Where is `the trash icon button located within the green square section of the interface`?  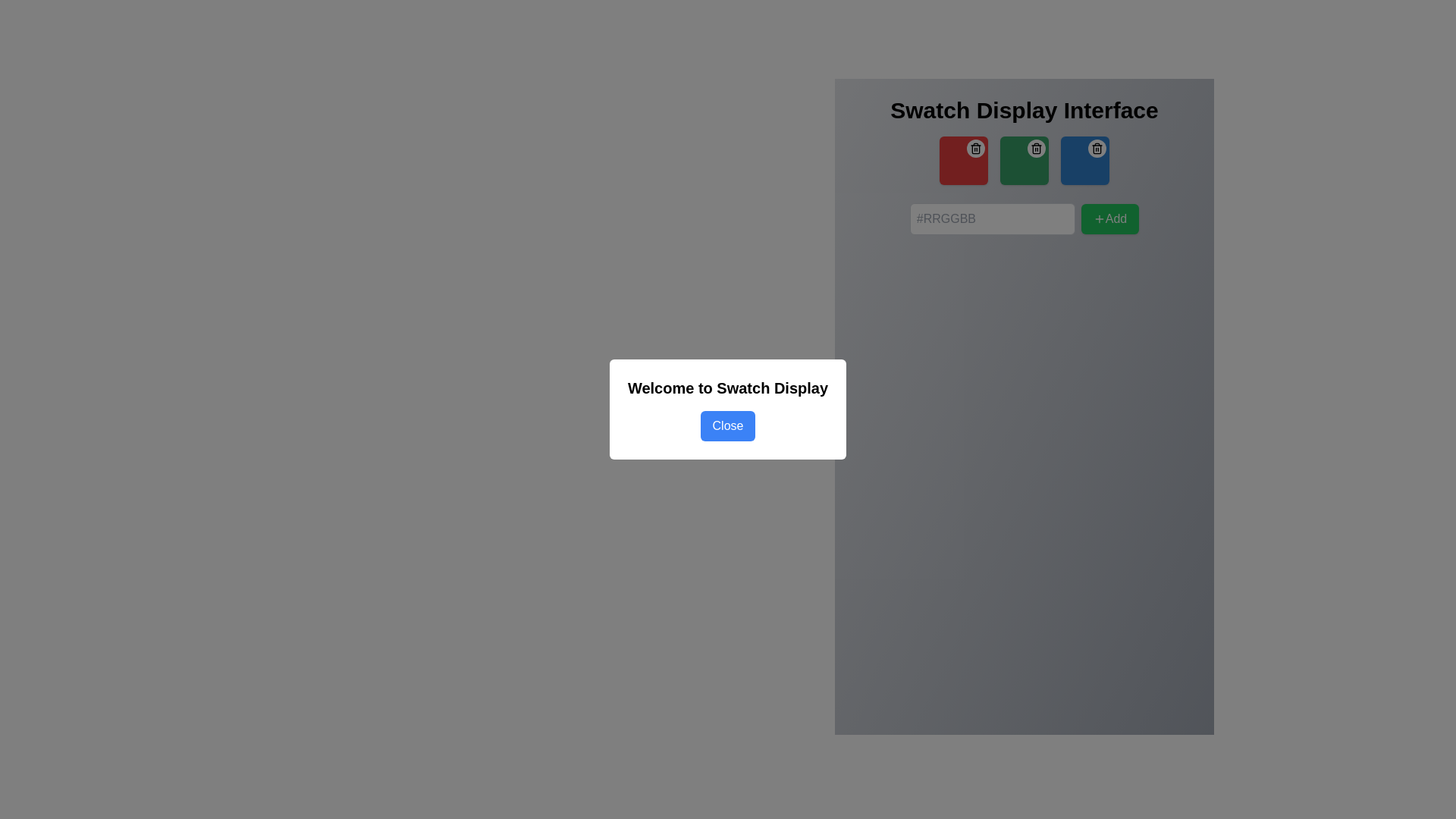
the trash icon button located within the green square section of the interface is located at coordinates (1036, 149).